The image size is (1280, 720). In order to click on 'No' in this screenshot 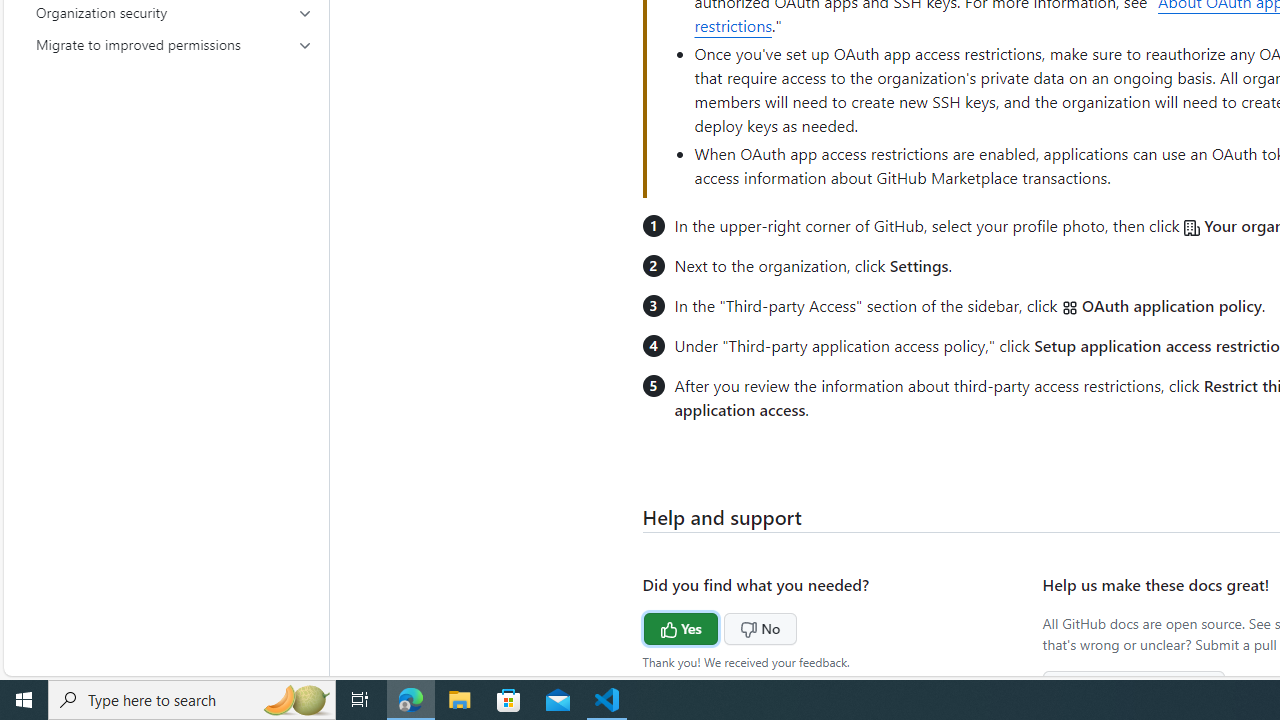, I will do `click(721, 625)`.